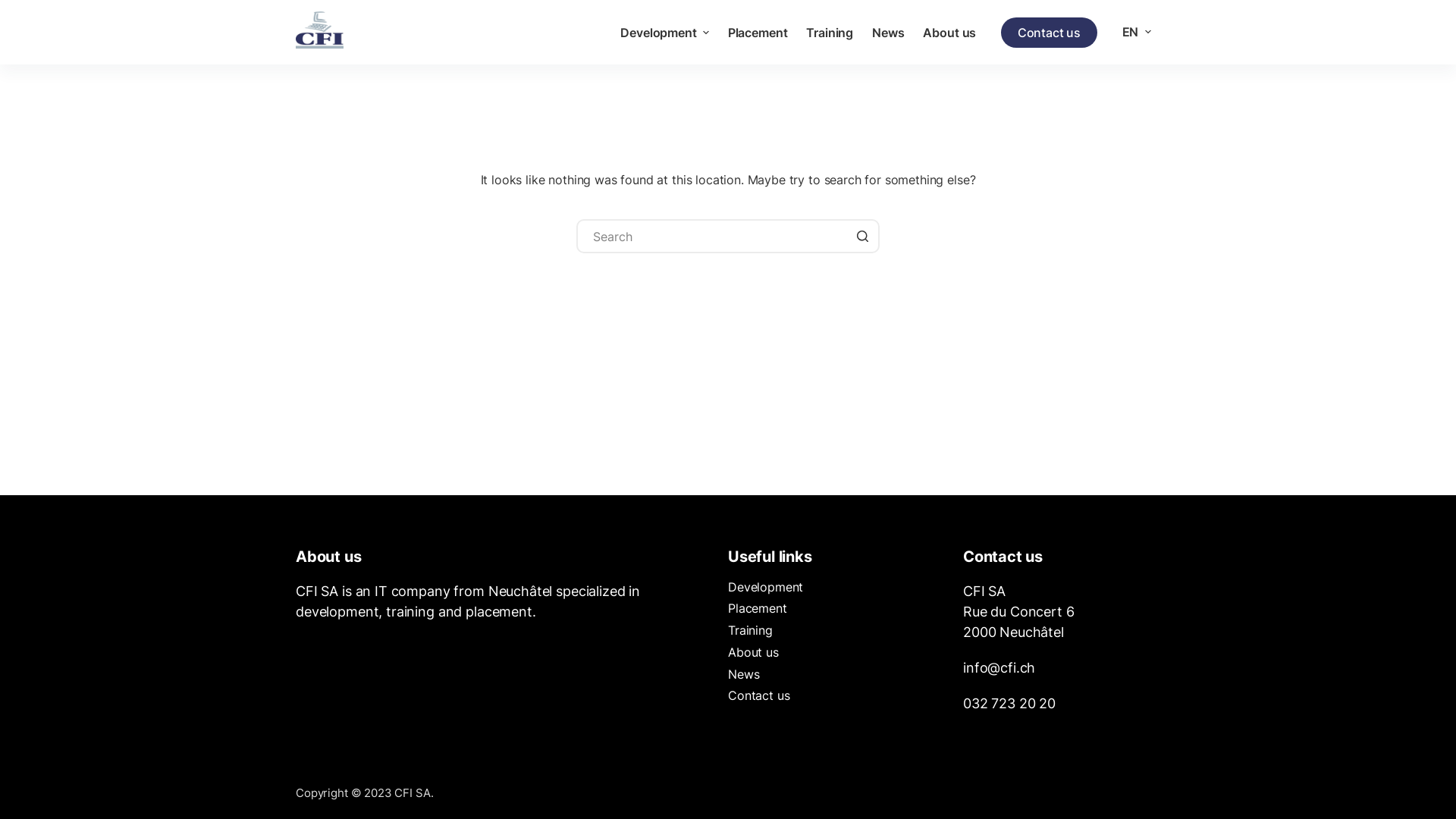  What do you see at coordinates (14, 8) in the screenshot?
I see `'Skip to content'` at bounding box center [14, 8].